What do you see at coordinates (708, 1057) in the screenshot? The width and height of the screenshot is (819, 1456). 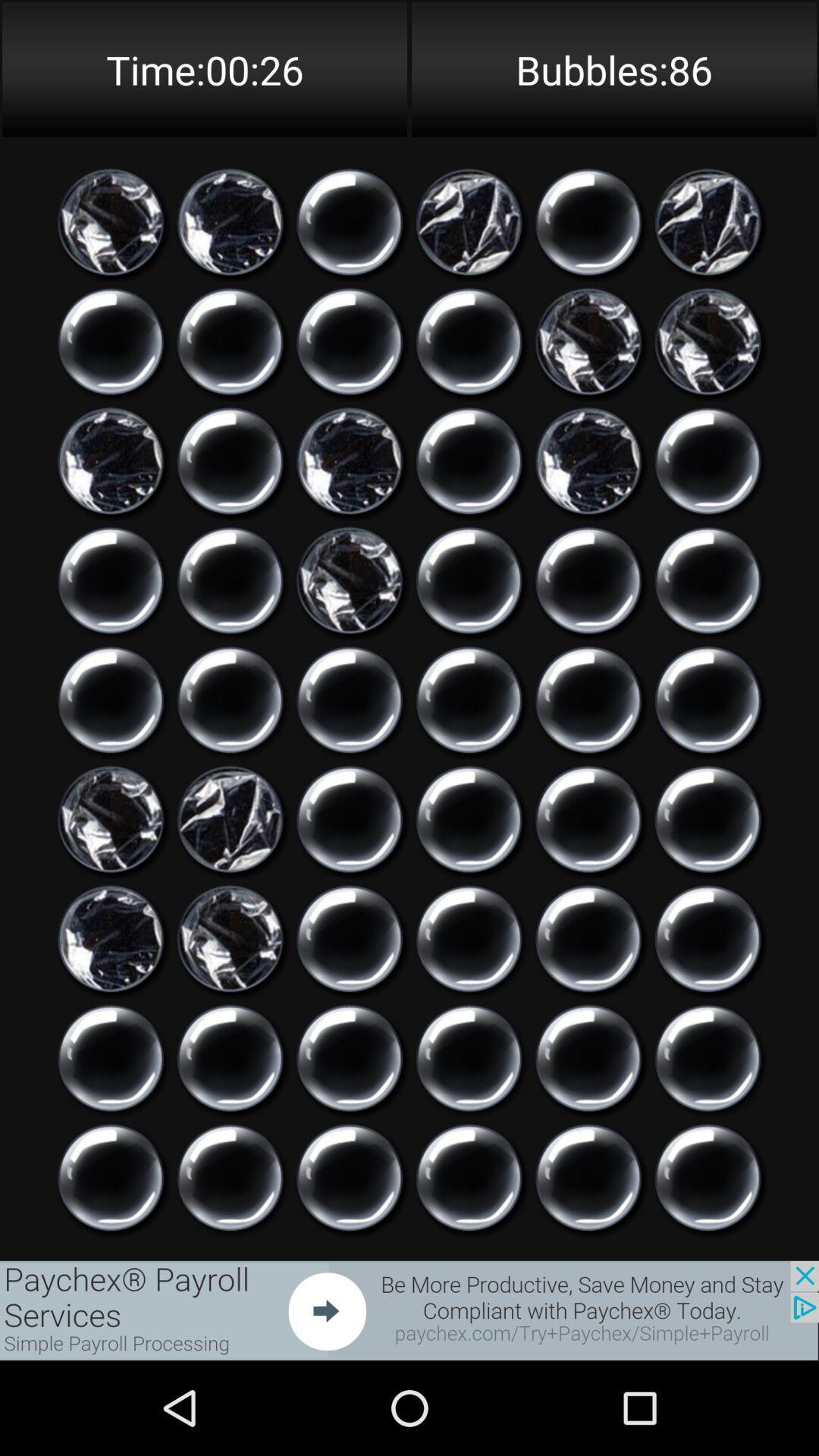 I see `option` at bounding box center [708, 1057].